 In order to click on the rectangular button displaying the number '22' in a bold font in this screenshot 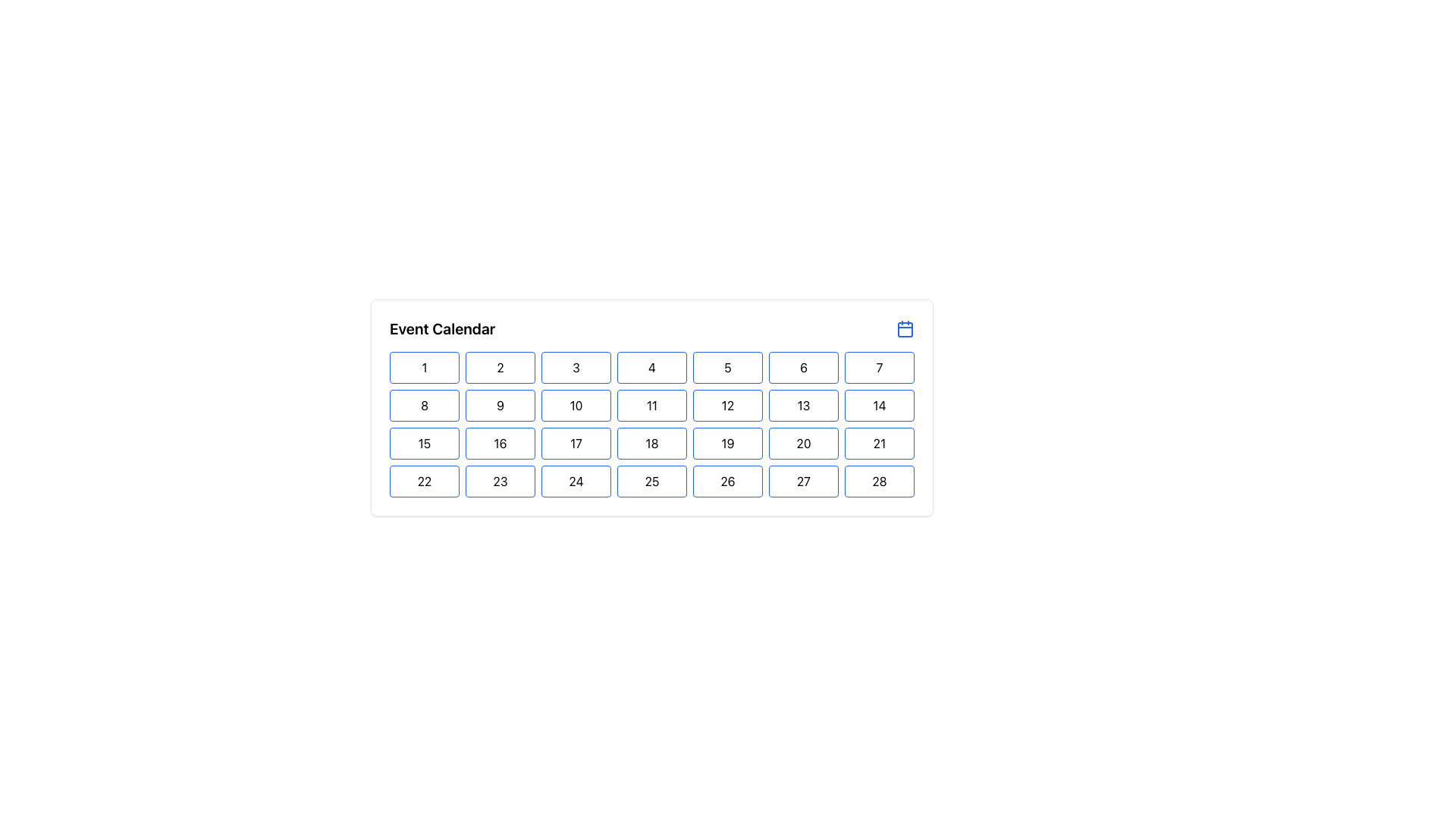, I will do `click(425, 482)`.